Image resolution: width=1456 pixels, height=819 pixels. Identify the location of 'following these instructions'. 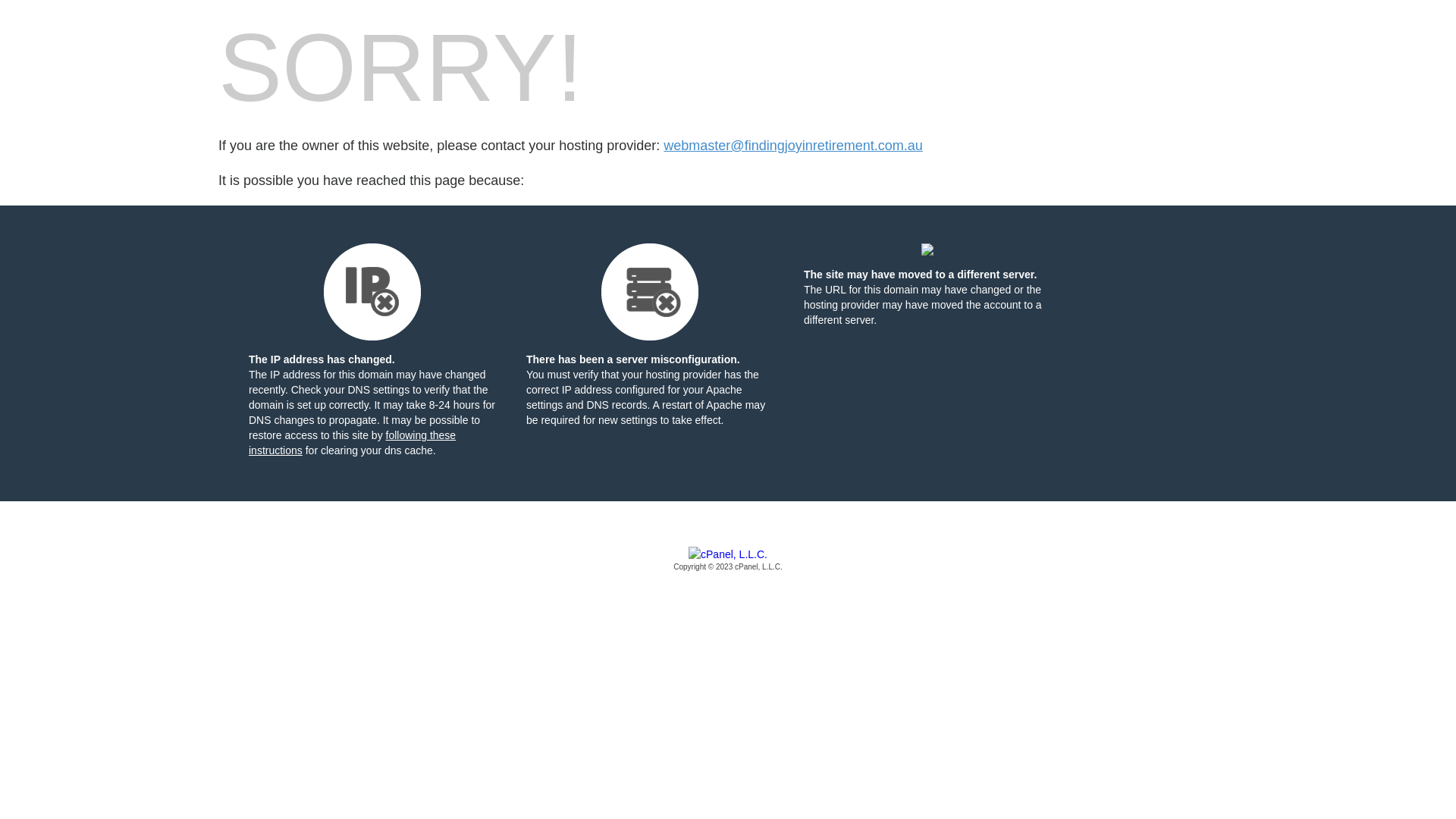
(351, 442).